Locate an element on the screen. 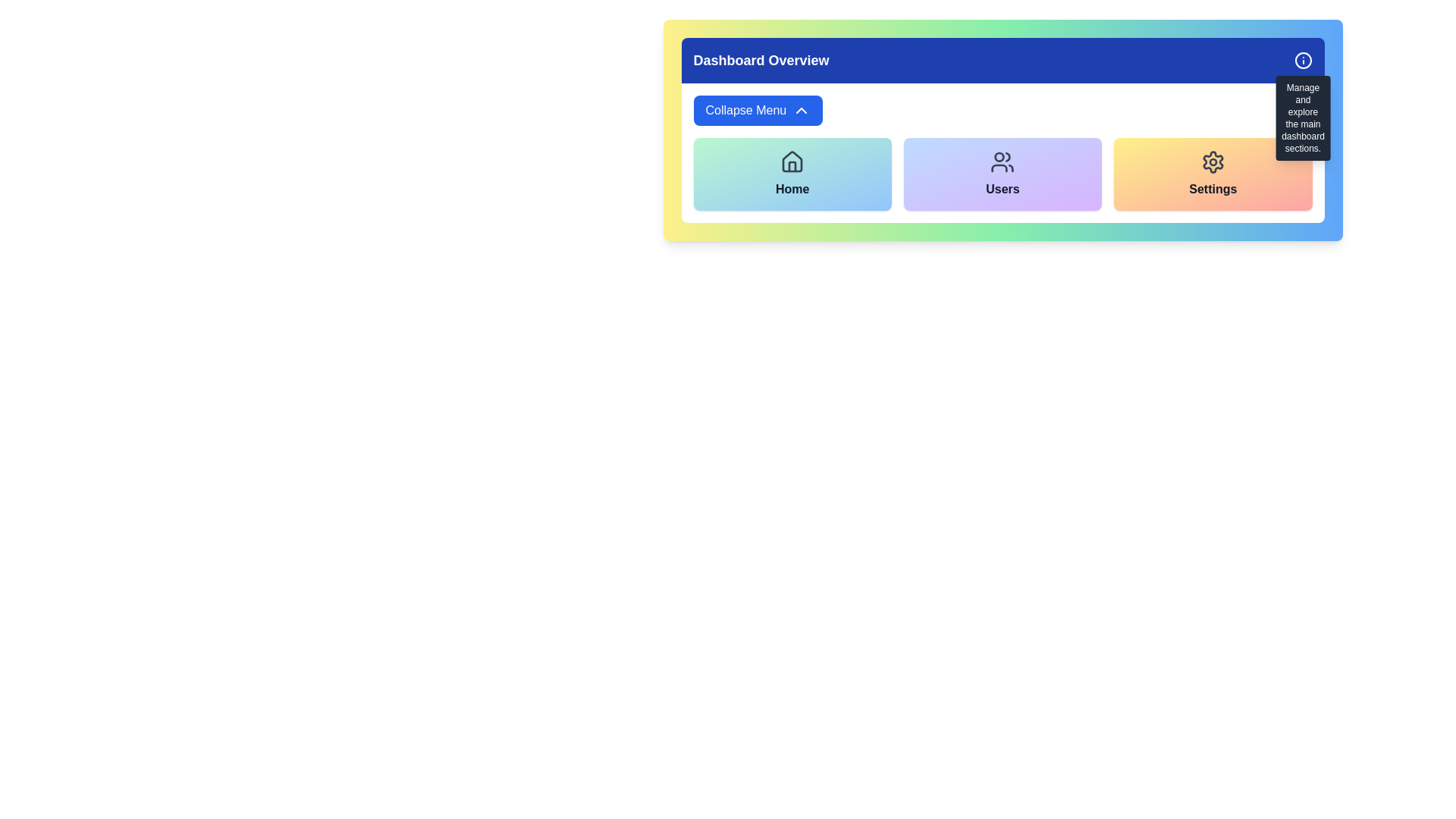 The width and height of the screenshot is (1456, 819). the 'Users' card in the Interactive Card section is located at coordinates (1003, 174).